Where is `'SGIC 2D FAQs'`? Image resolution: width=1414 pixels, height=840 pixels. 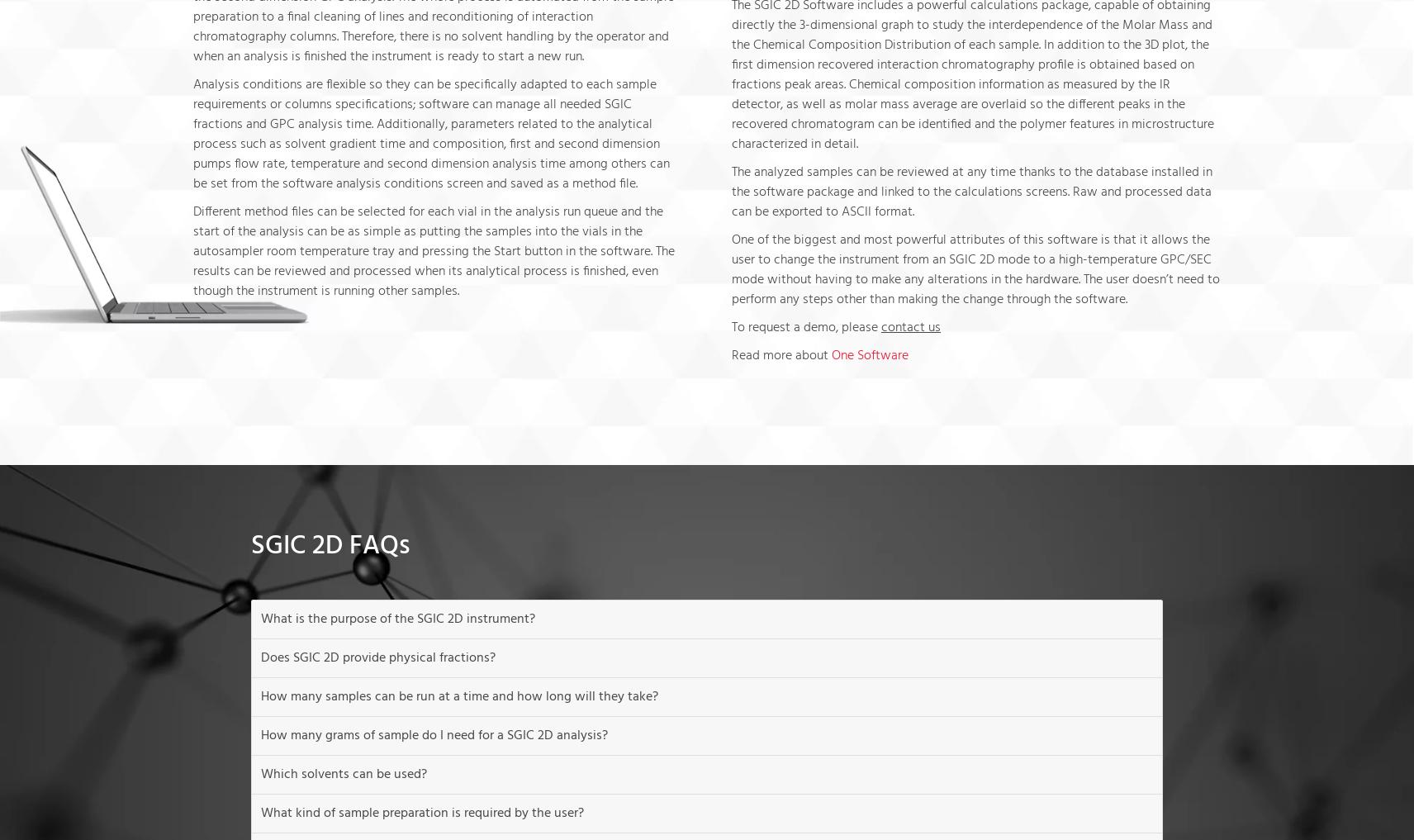
'SGIC 2D FAQs' is located at coordinates (330, 545).